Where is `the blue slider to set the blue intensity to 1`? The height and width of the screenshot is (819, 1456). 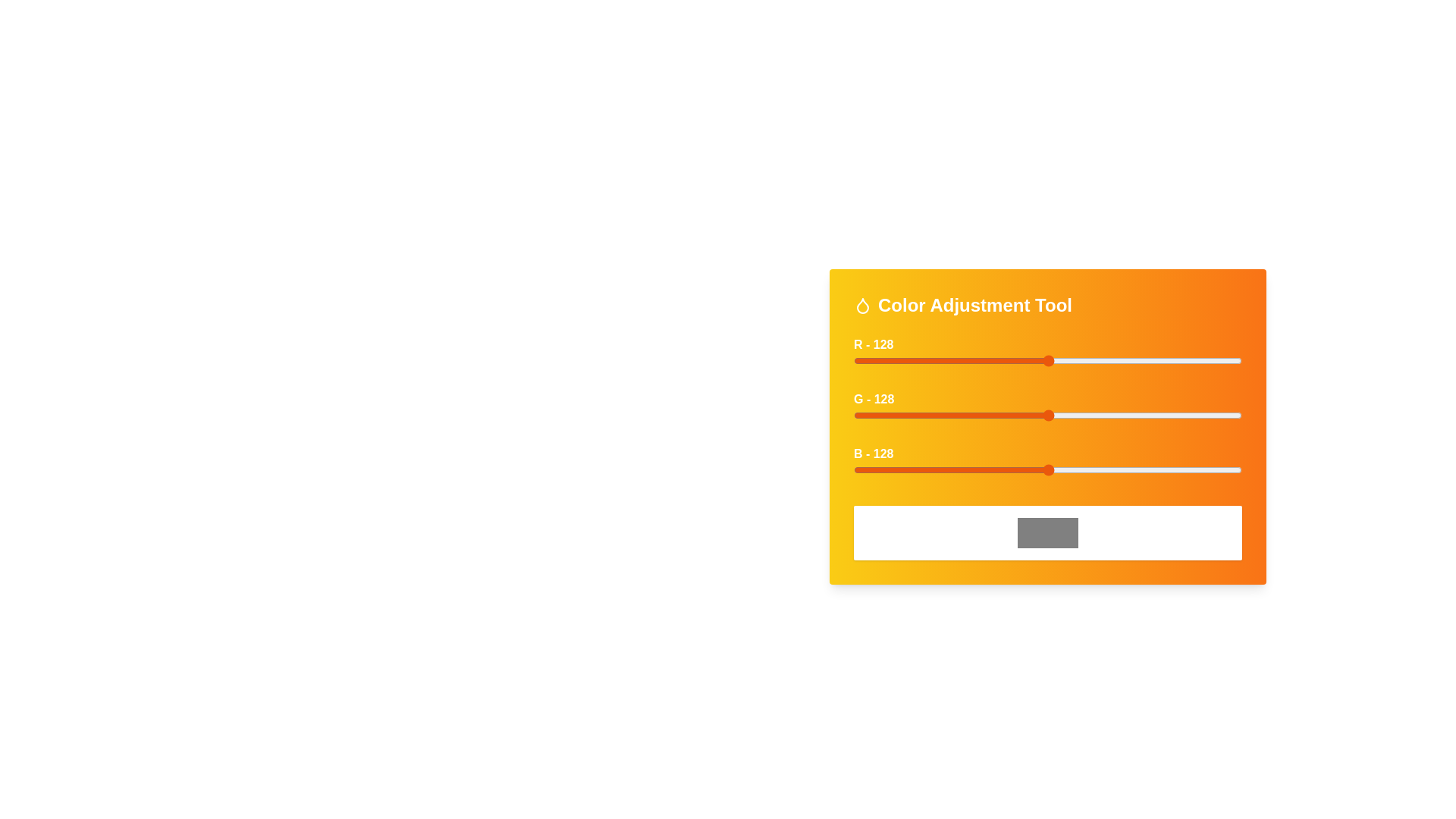 the blue slider to set the blue intensity to 1 is located at coordinates (855, 469).